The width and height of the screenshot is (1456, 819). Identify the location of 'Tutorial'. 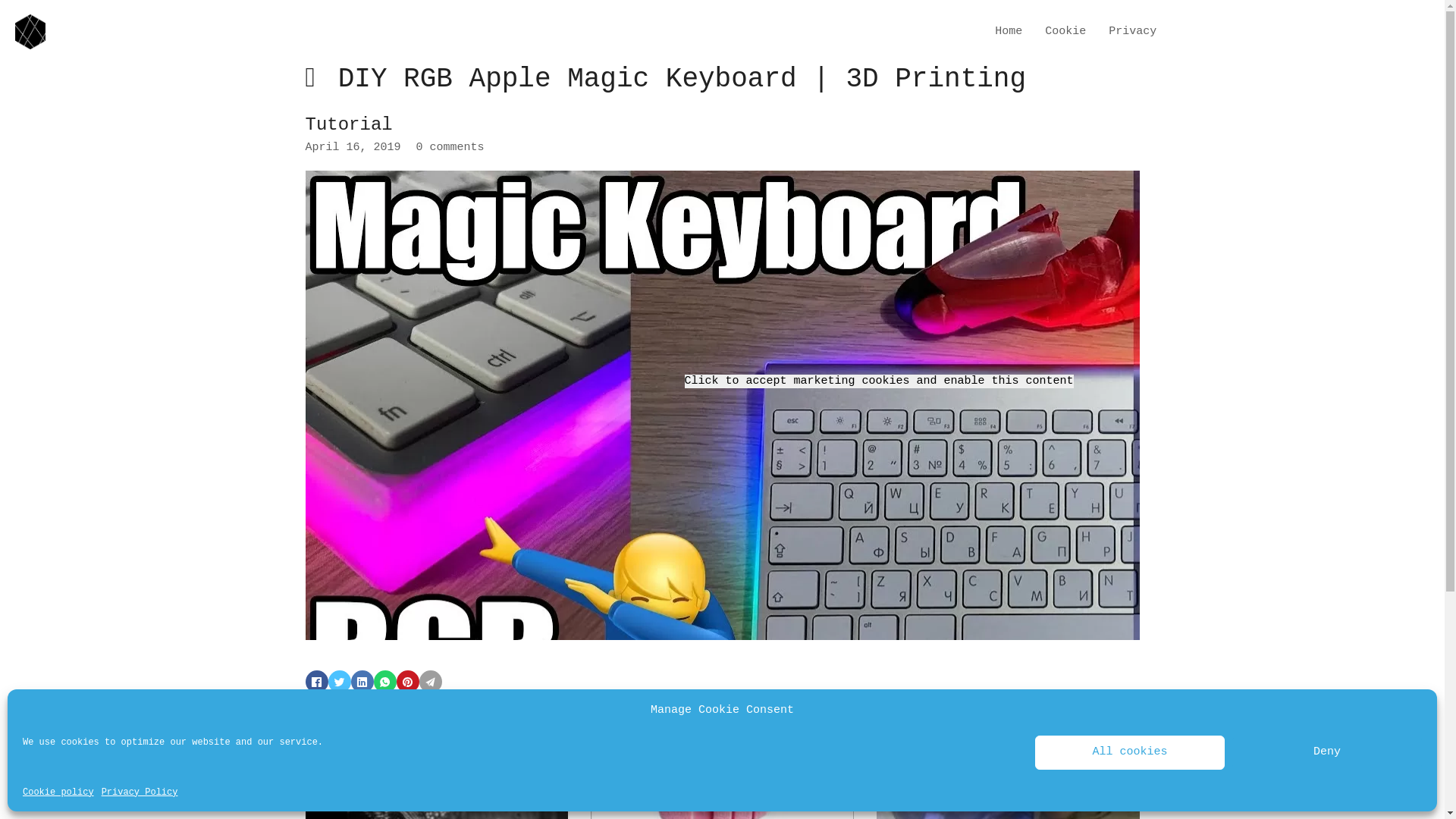
(347, 124).